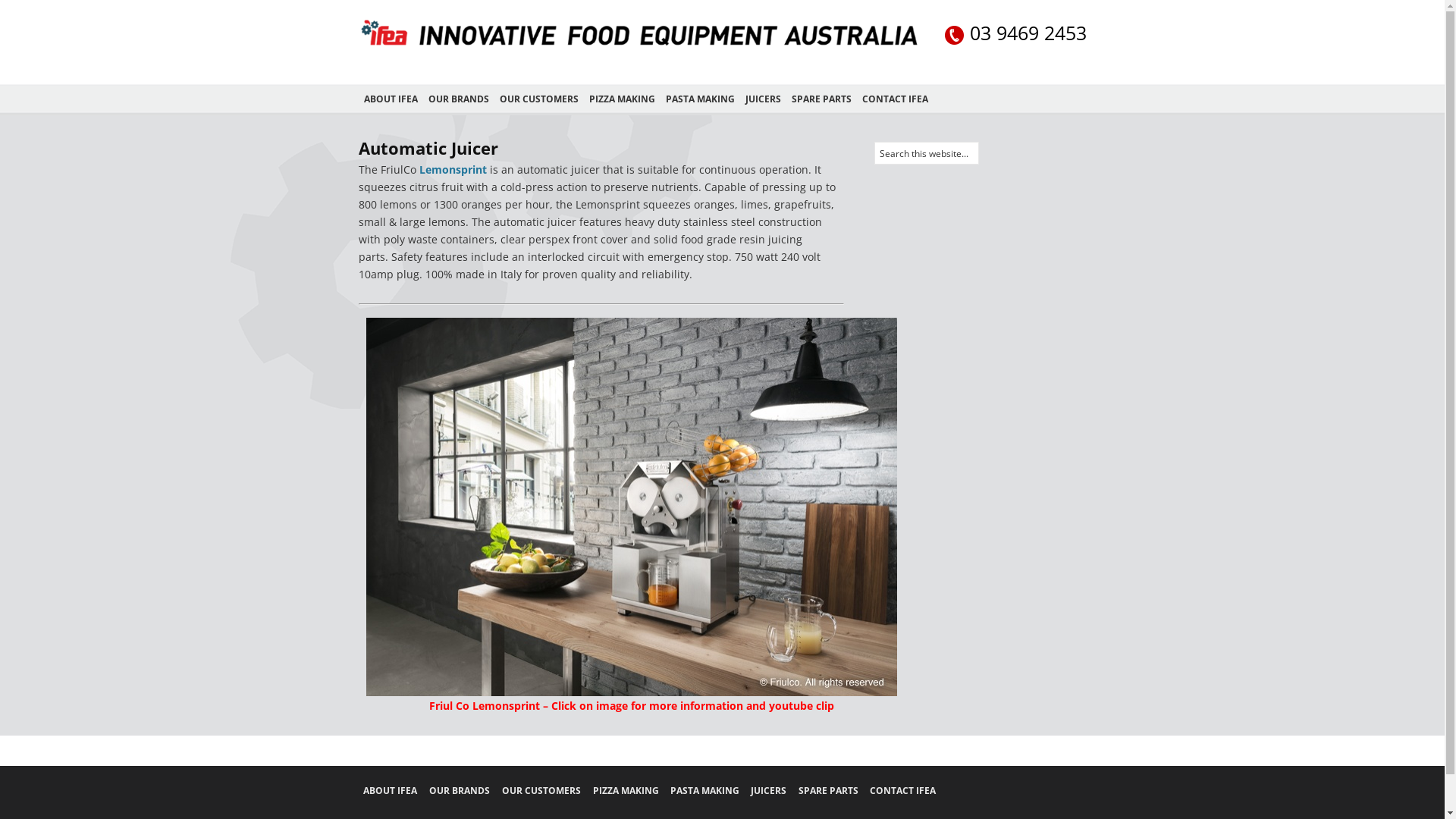  What do you see at coordinates (638, 46) in the screenshot?
I see `'Innovative Food Equipment Australia'` at bounding box center [638, 46].